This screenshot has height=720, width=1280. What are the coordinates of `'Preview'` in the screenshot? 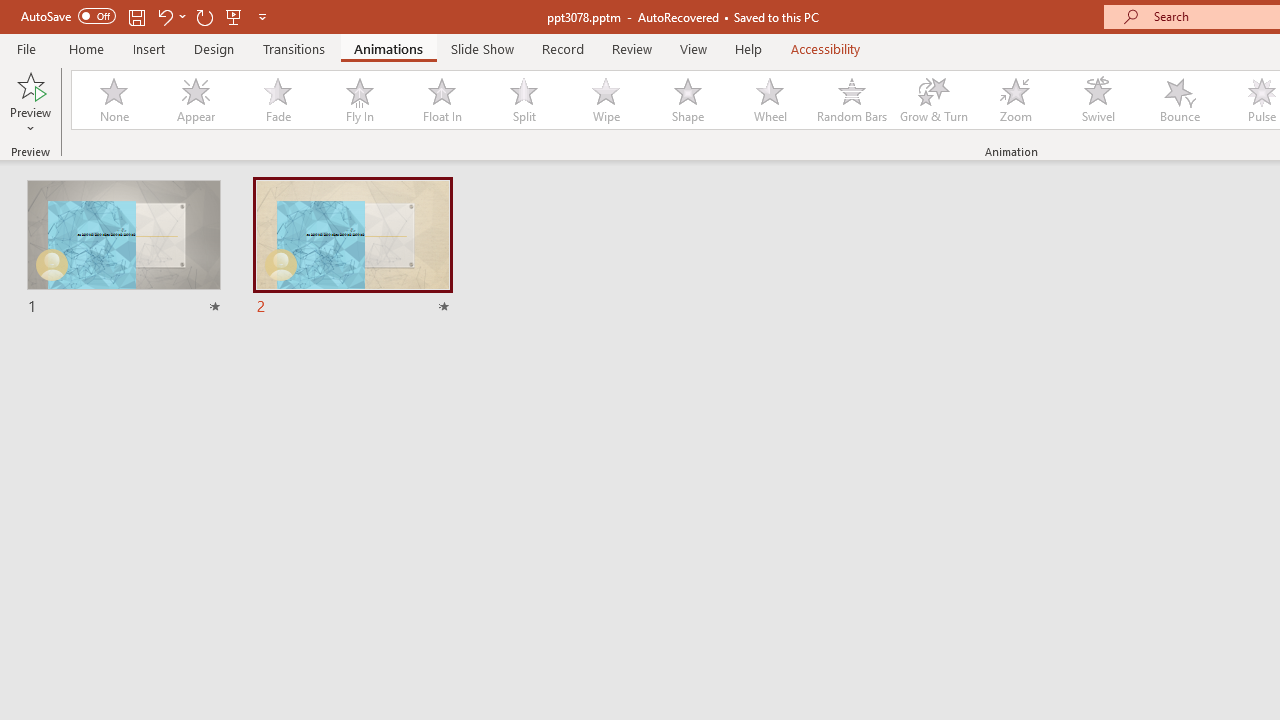 It's located at (30, 84).